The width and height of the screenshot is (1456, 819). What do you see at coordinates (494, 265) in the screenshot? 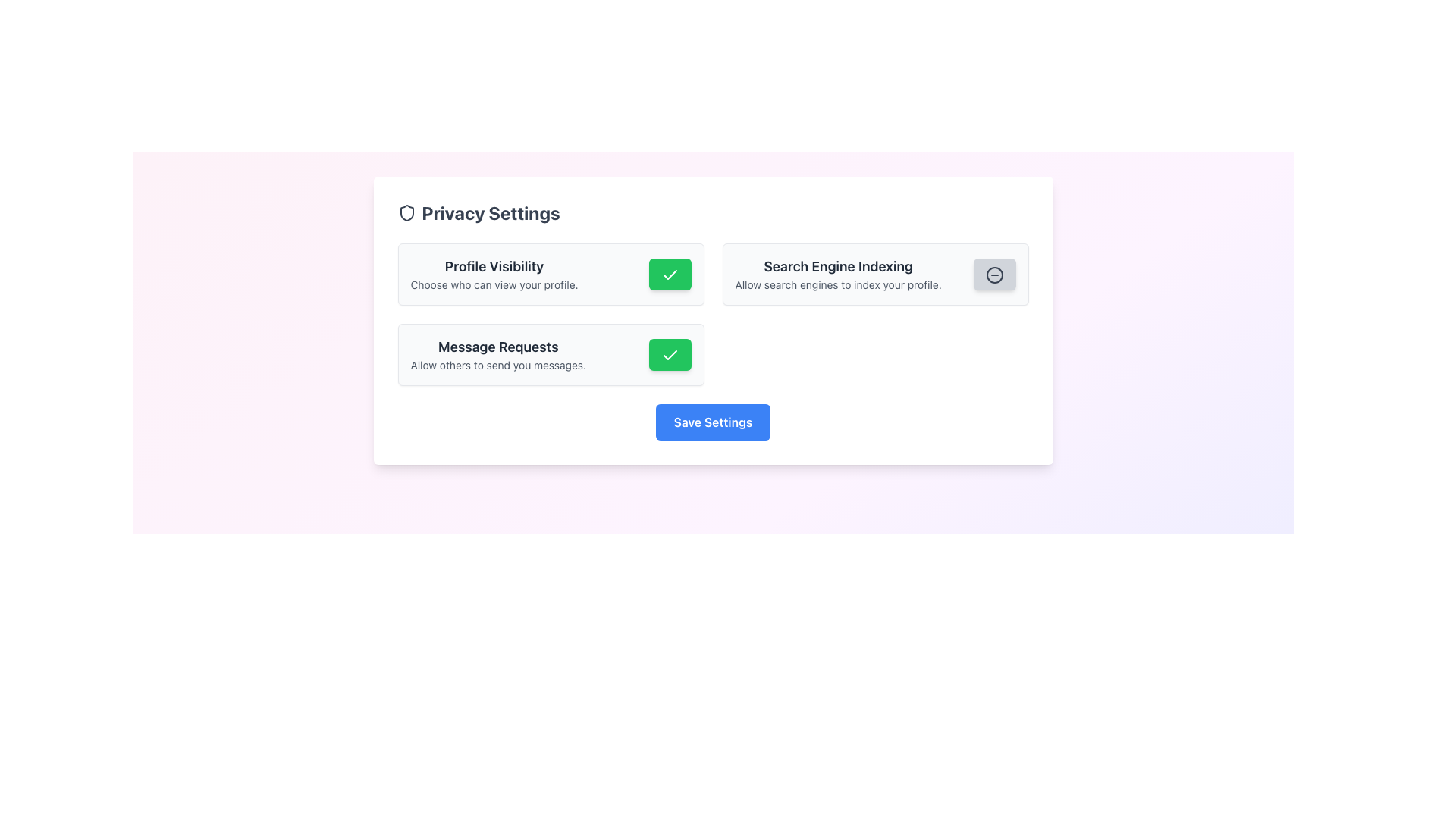
I see `the 'Profile Visibility' Text Label located in the top left portion of the 'Privacy Settings' section, which serves as a title indicating the subject of the settings` at bounding box center [494, 265].